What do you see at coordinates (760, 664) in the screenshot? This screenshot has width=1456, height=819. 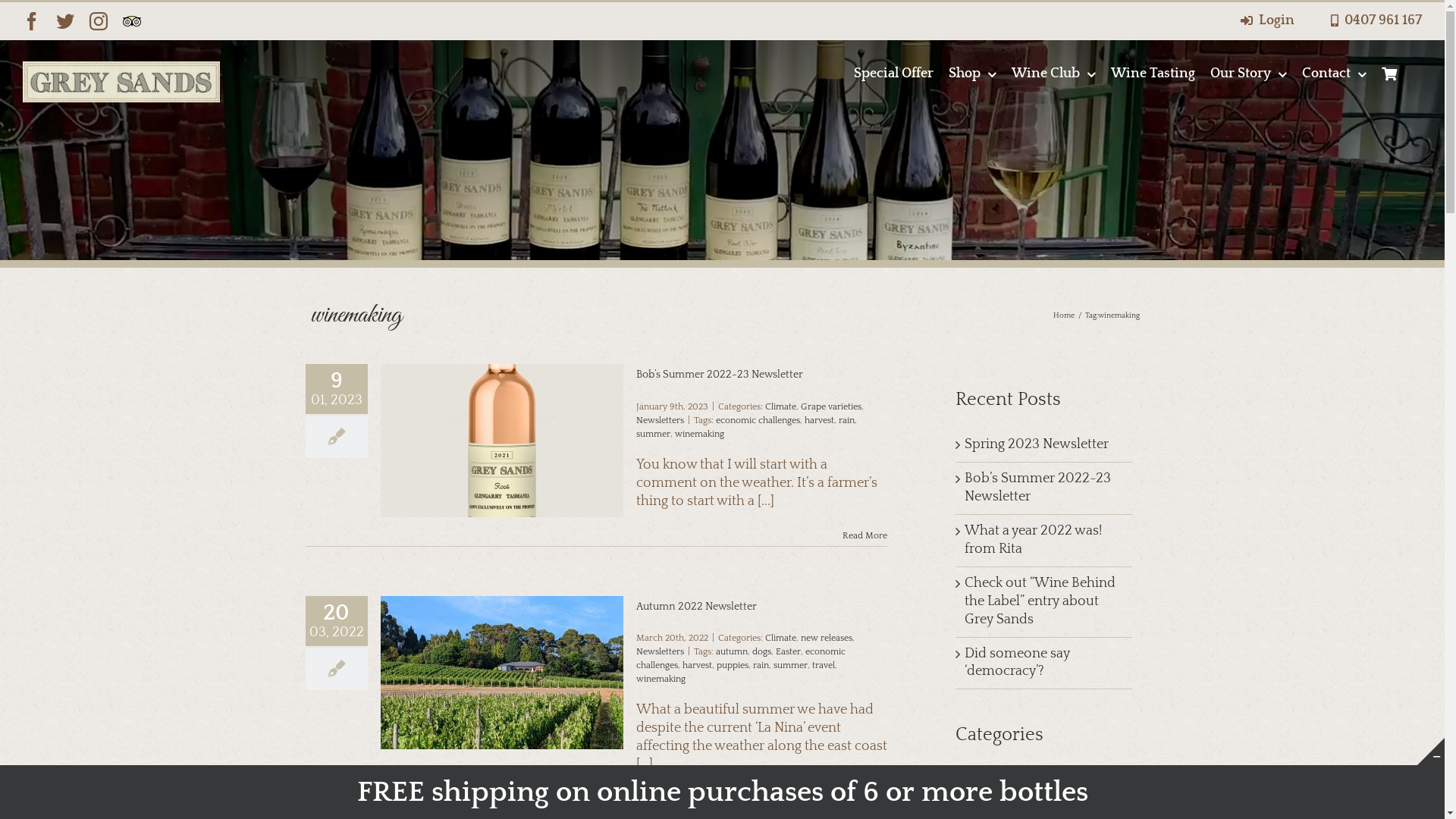 I see `'rain'` at bounding box center [760, 664].